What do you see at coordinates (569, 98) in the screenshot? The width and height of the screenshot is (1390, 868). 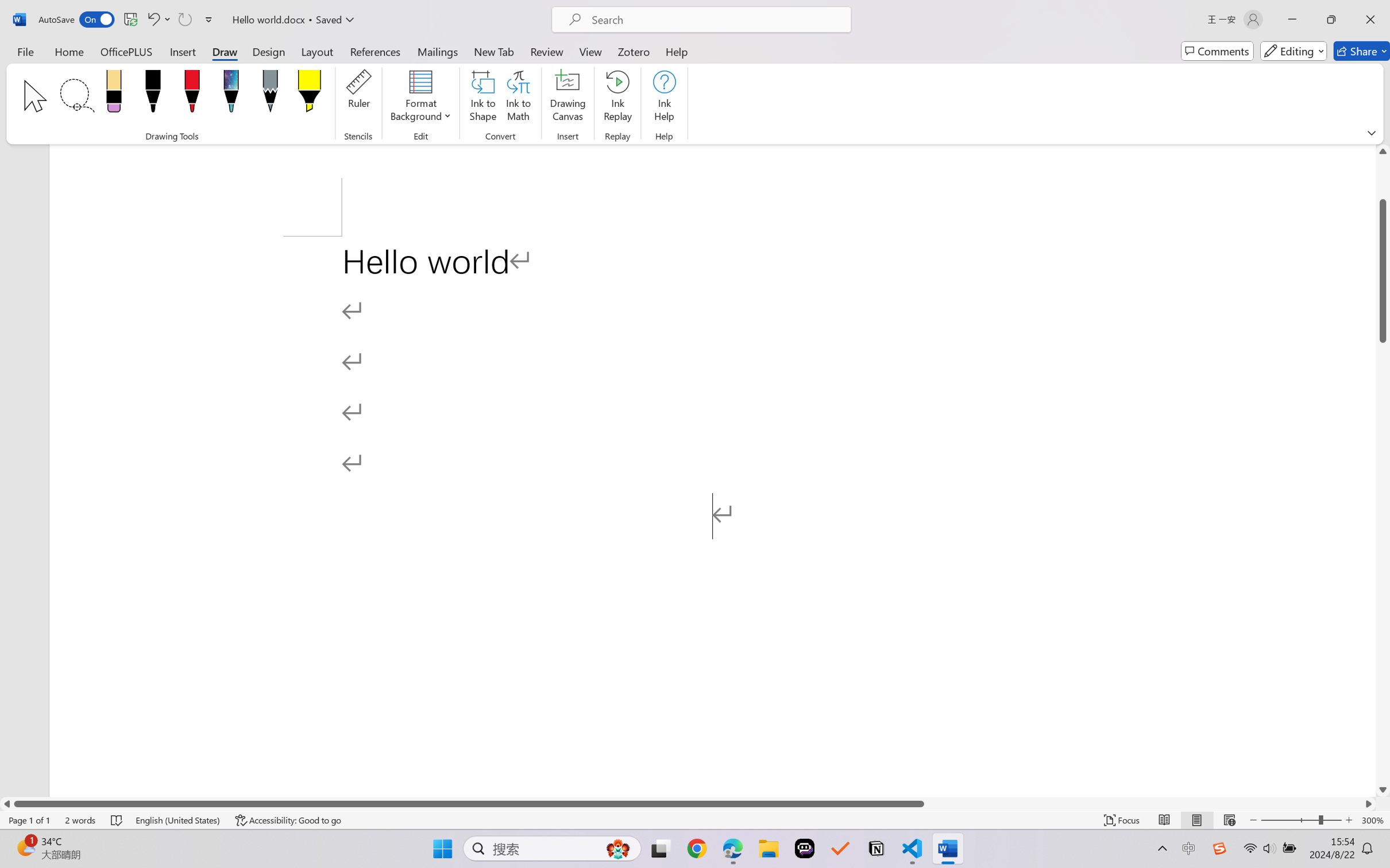 I see `'Drawing Canvas'` at bounding box center [569, 98].